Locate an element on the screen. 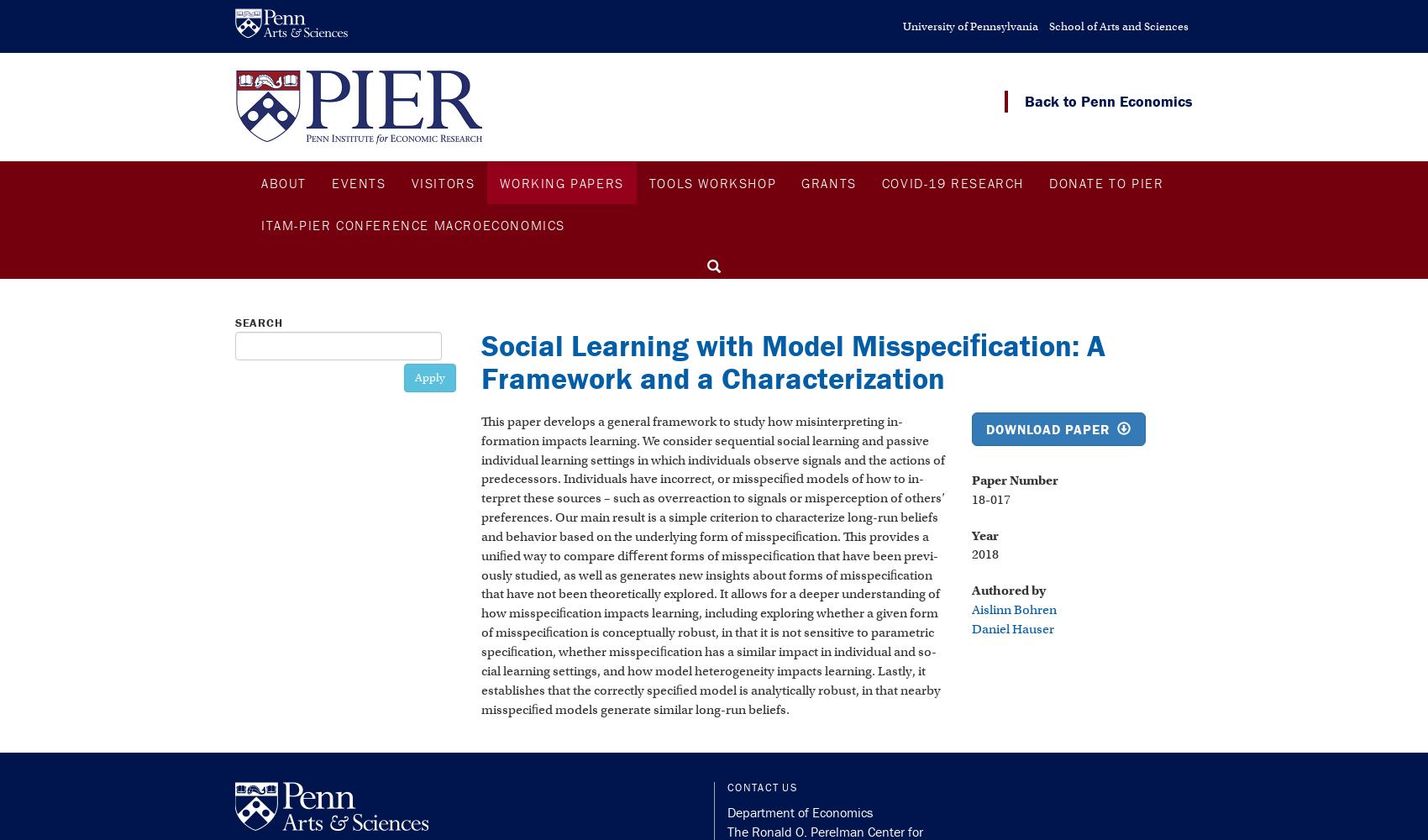 This screenshot has width=1428, height=840. 'School of Arts and Sciences' is located at coordinates (1118, 26).